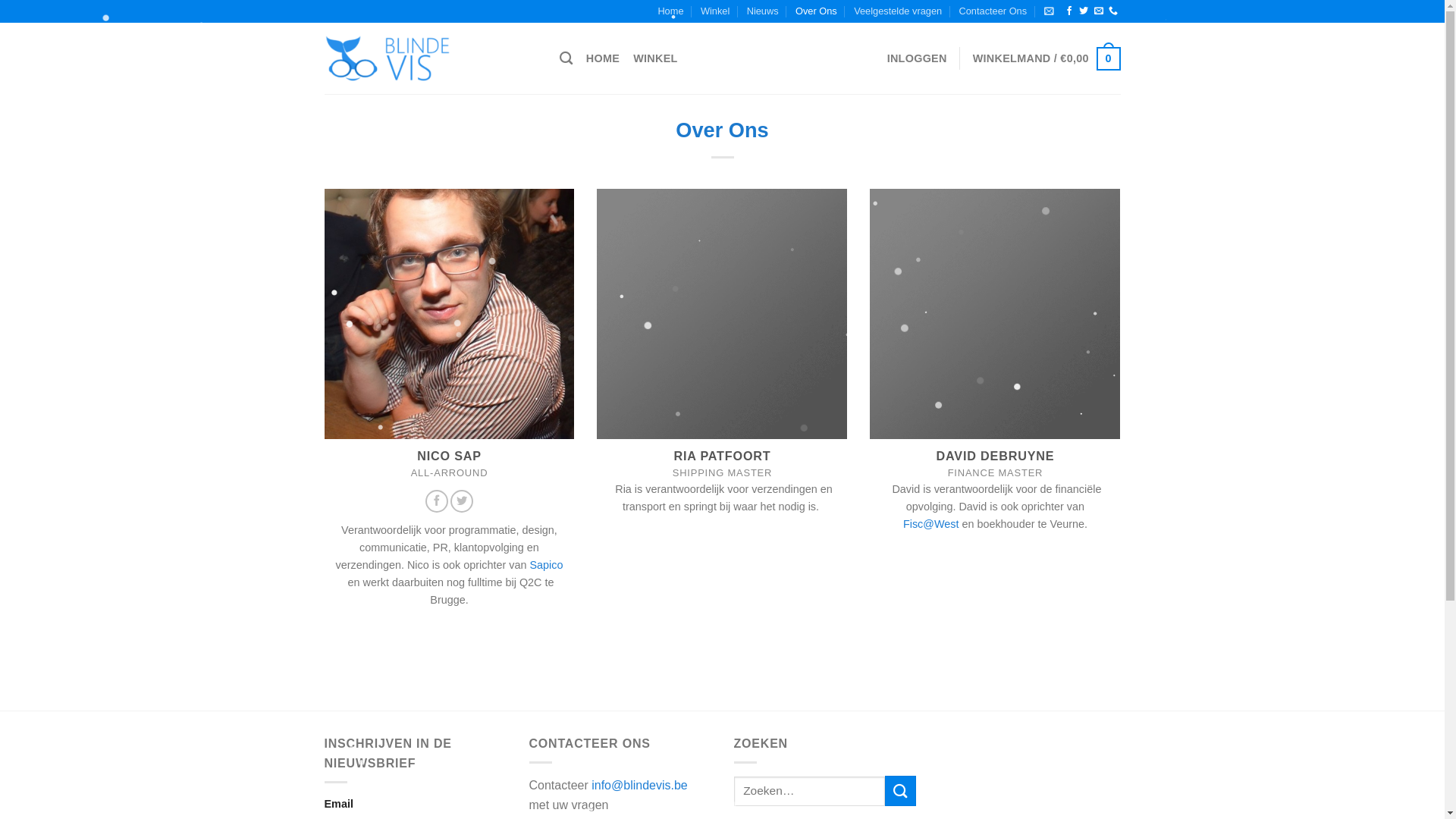 The width and height of the screenshot is (1456, 819). What do you see at coordinates (714, 11) in the screenshot?
I see `'Winkel'` at bounding box center [714, 11].